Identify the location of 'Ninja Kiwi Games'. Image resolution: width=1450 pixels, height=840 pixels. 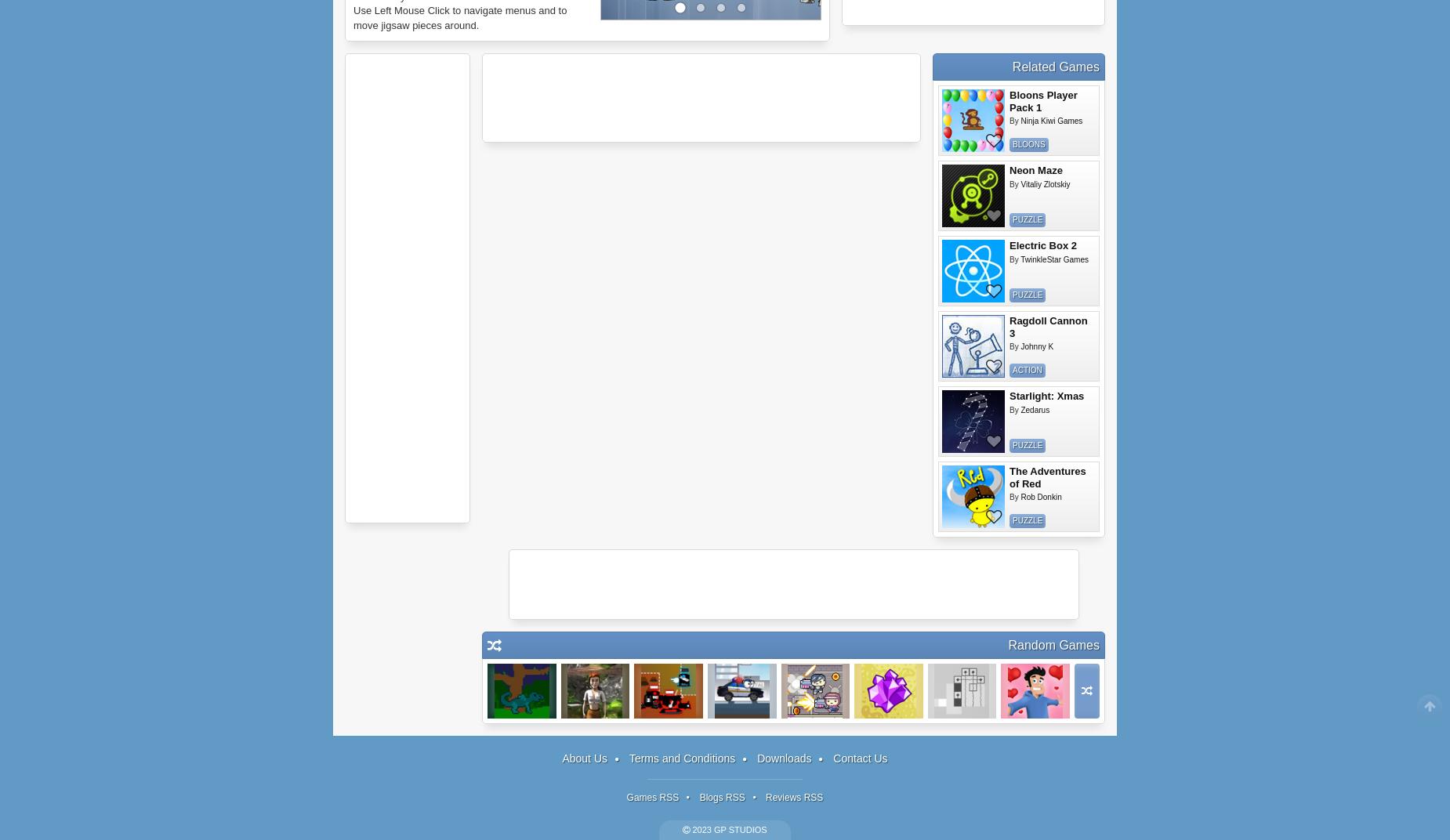
(1020, 120).